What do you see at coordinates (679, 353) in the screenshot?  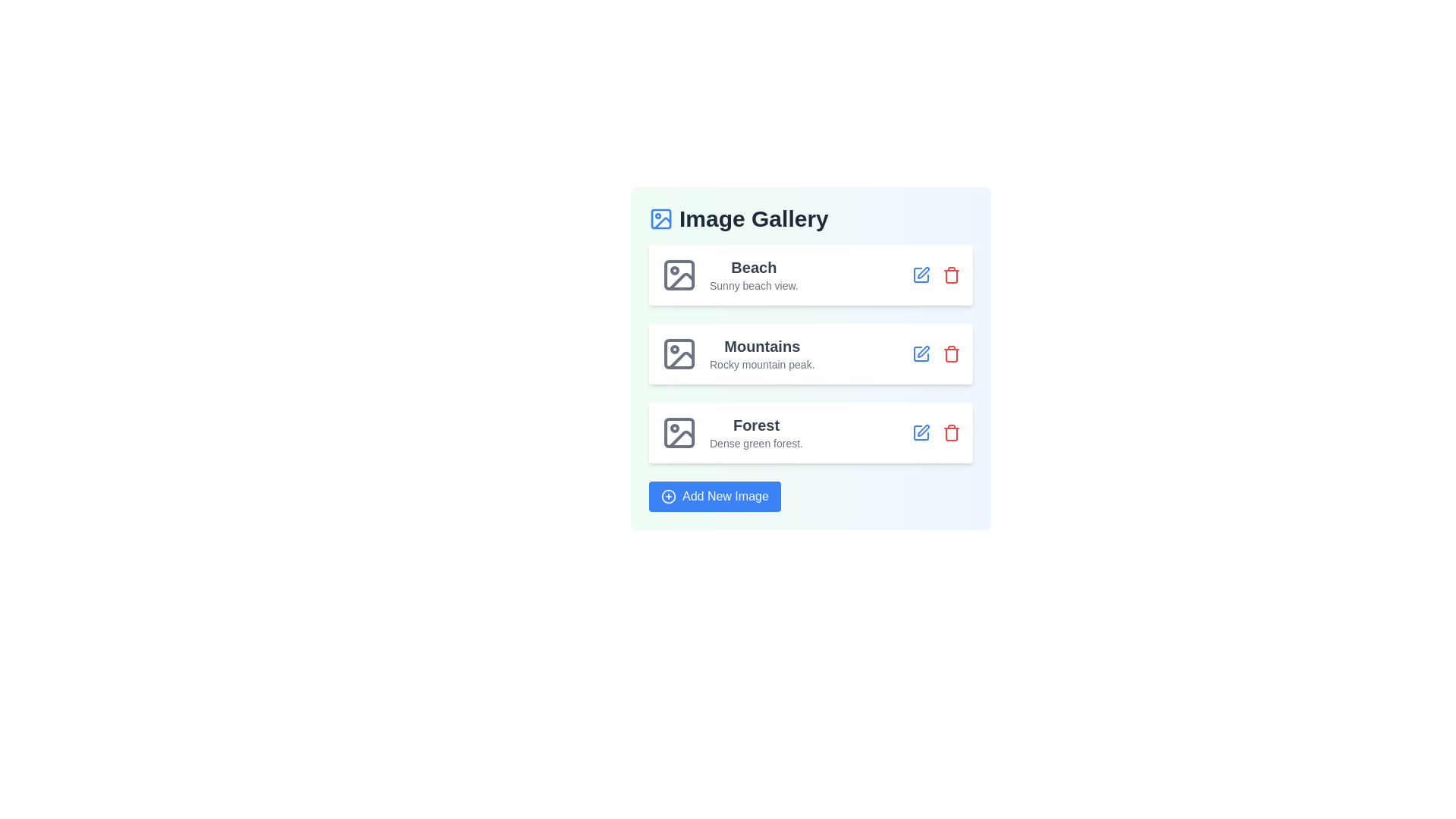 I see `the image icon corresponding to Mountains to view or replace the image` at bounding box center [679, 353].